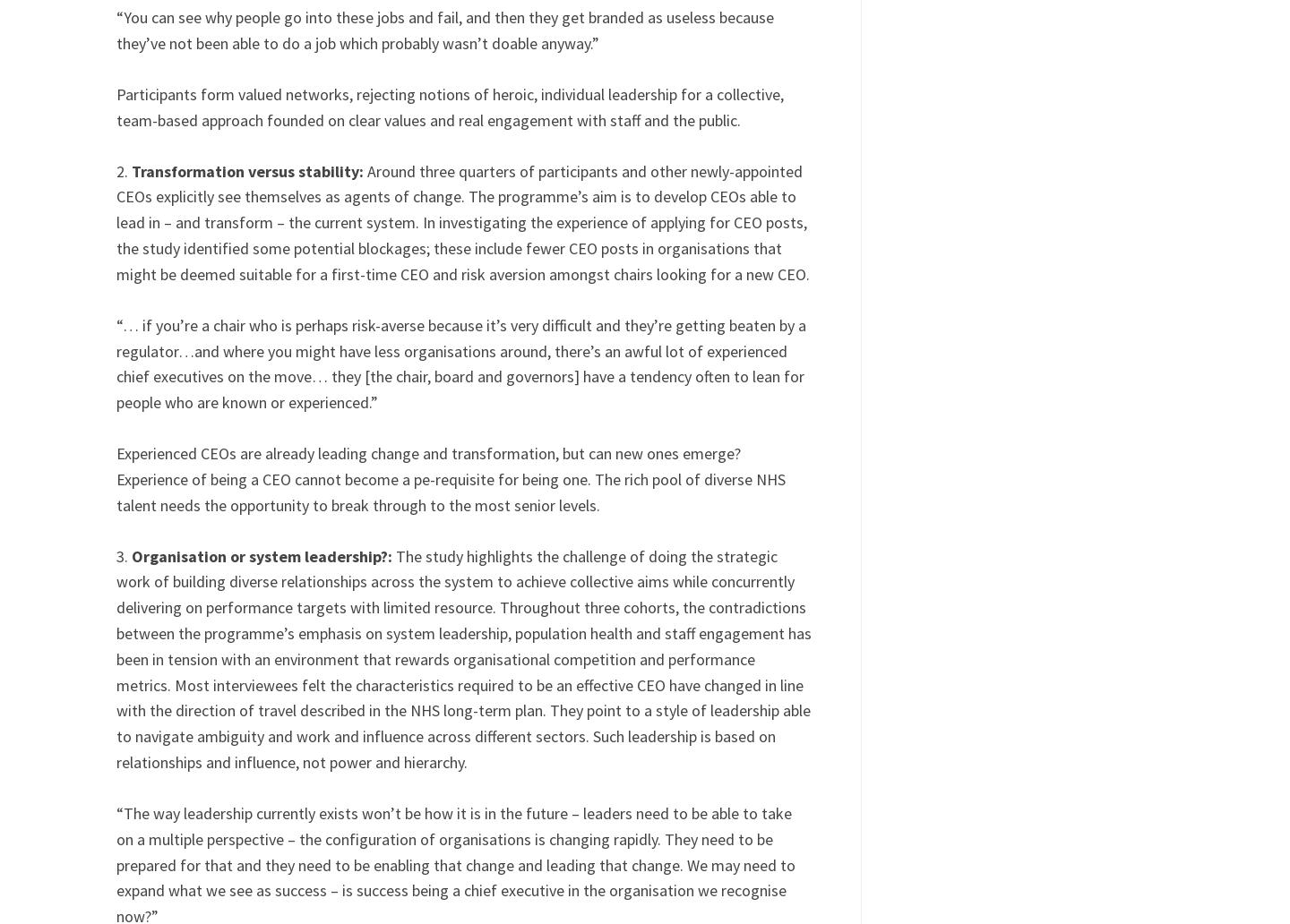 The height and width of the screenshot is (924, 1290). I want to click on 'Participants form valued networks, rejecting notions of heroic, individual leadership for a collective, team-based approach founded on clear values and real engagement with staff and the public.', so click(449, 106).